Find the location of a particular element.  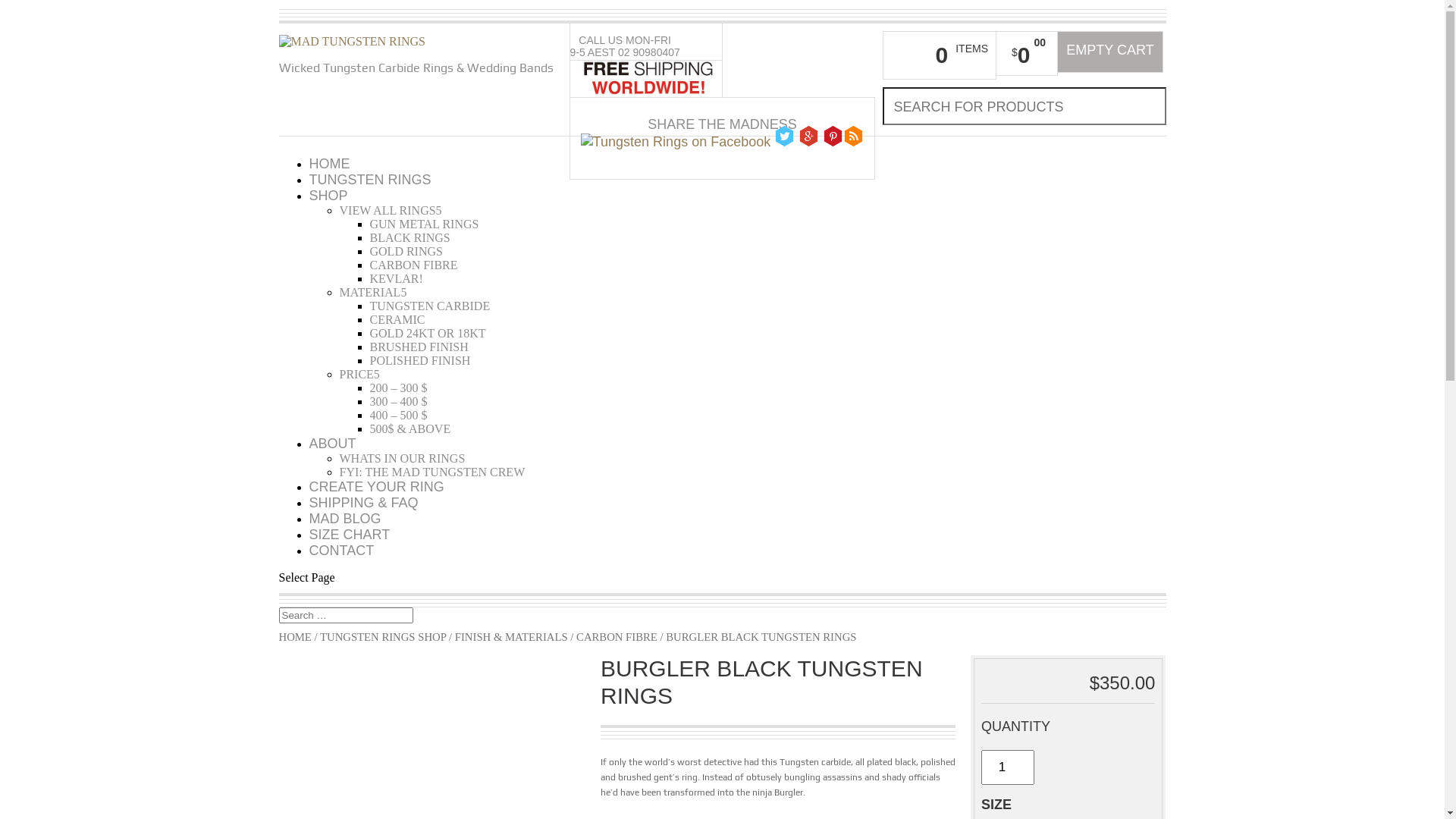

'CARBON FIBRE' is located at coordinates (575, 637).